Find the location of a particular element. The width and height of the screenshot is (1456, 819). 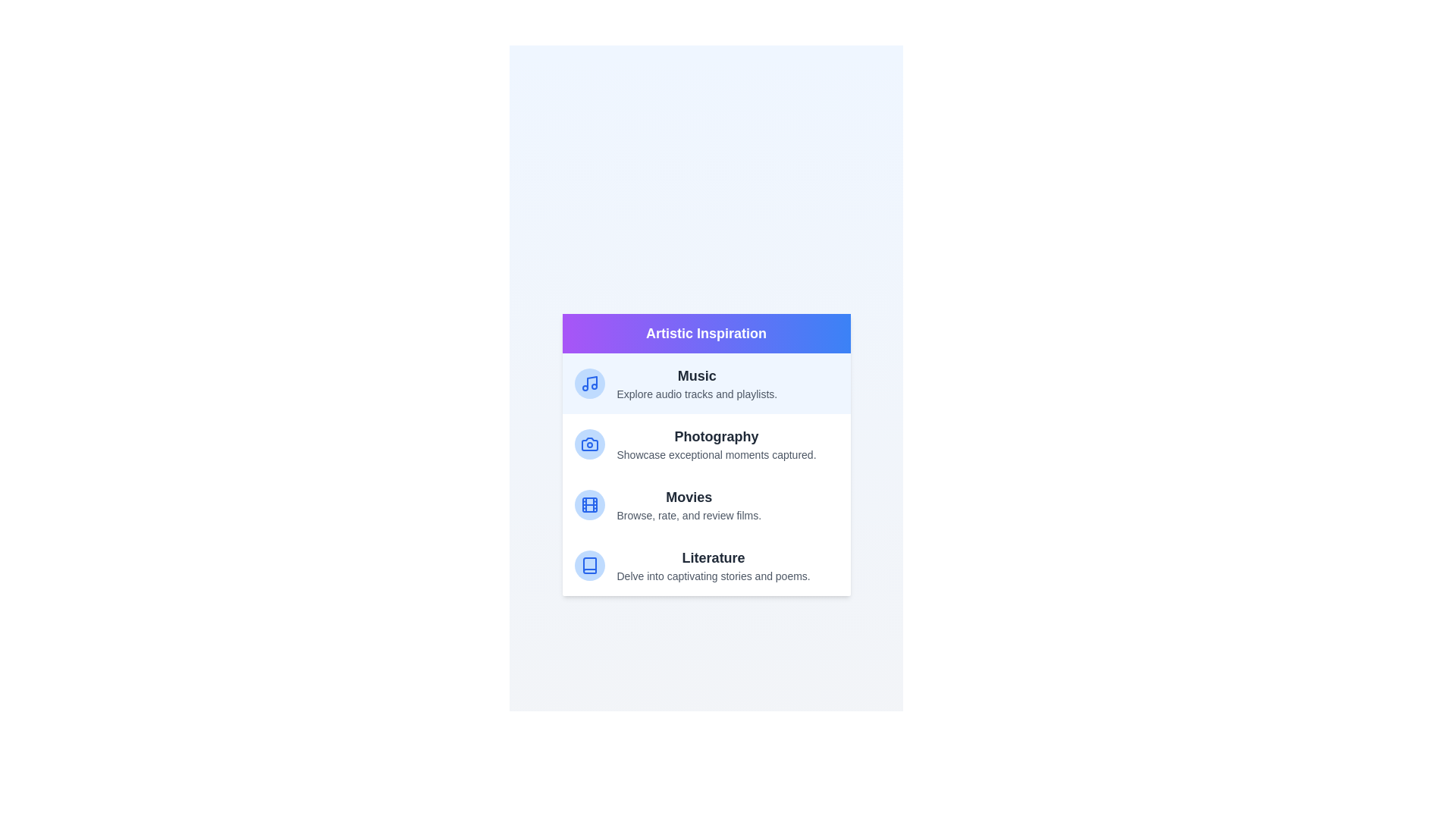

the category Music to read its description is located at coordinates (705, 382).